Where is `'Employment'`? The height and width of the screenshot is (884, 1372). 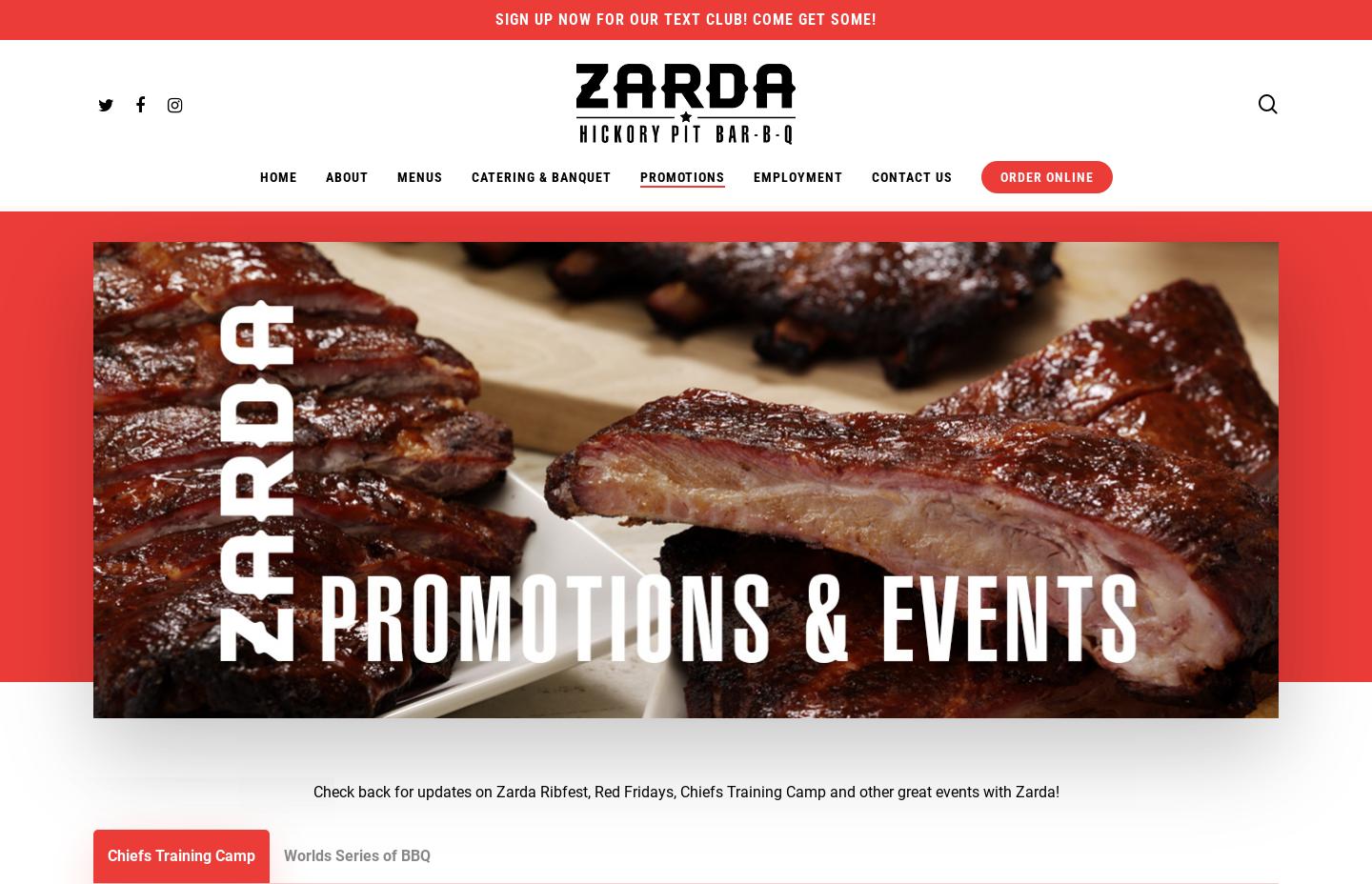 'Employment' is located at coordinates (797, 176).